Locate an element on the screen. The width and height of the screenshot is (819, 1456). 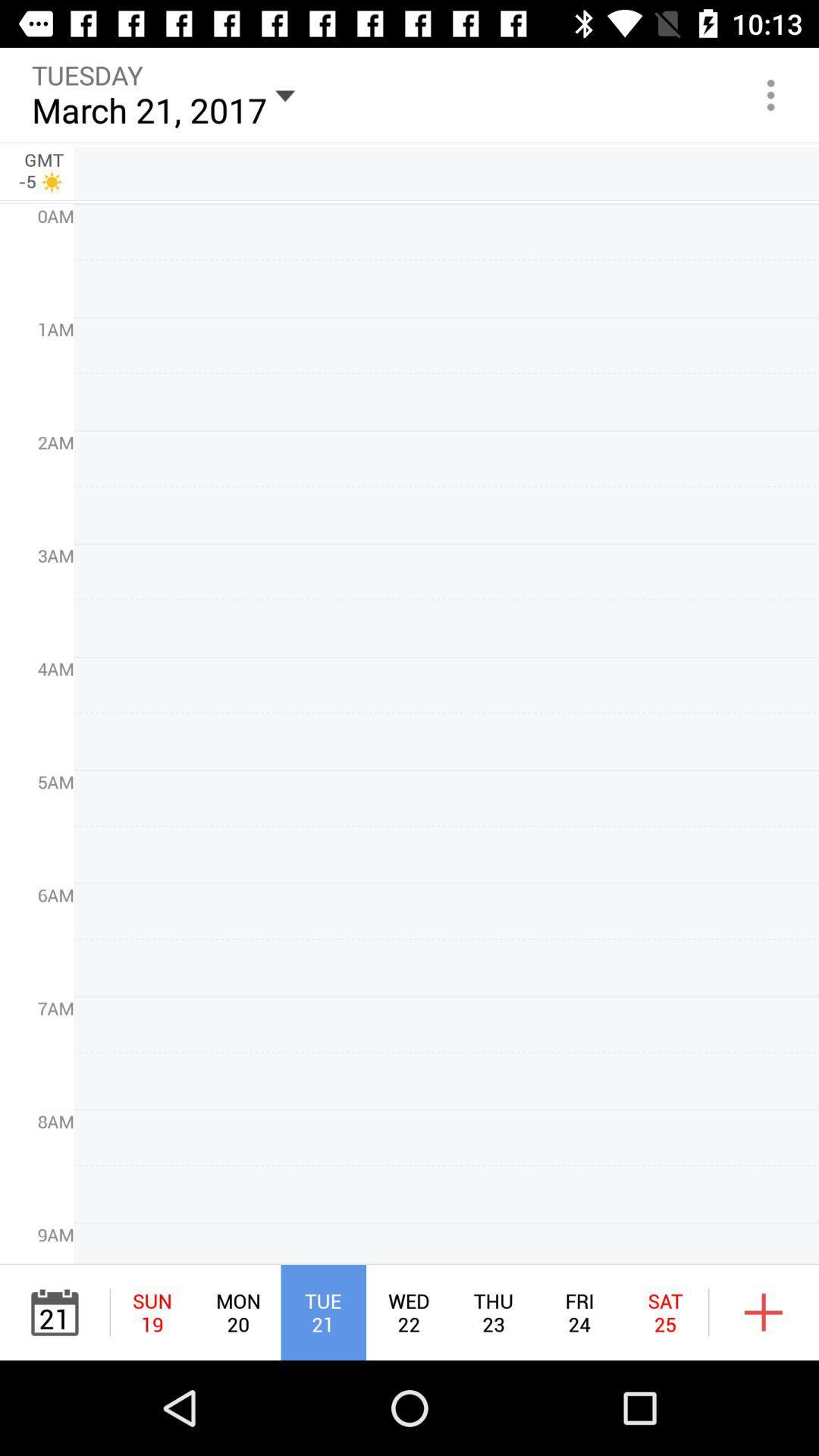
the add icon is located at coordinates (764, 1312).